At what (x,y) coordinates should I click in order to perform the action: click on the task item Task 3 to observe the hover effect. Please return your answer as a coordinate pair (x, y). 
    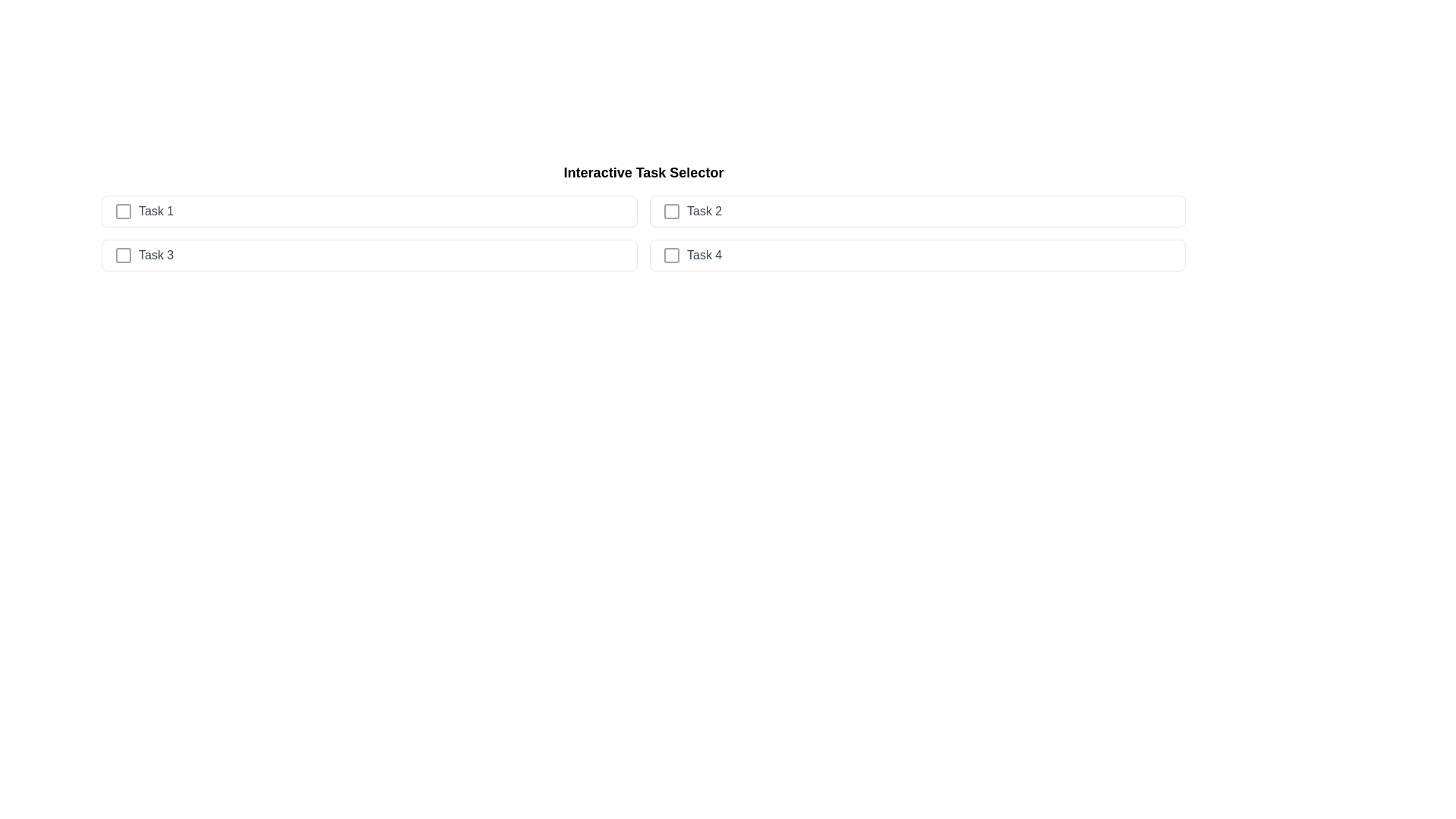
    Looking at the image, I should click on (369, 254).